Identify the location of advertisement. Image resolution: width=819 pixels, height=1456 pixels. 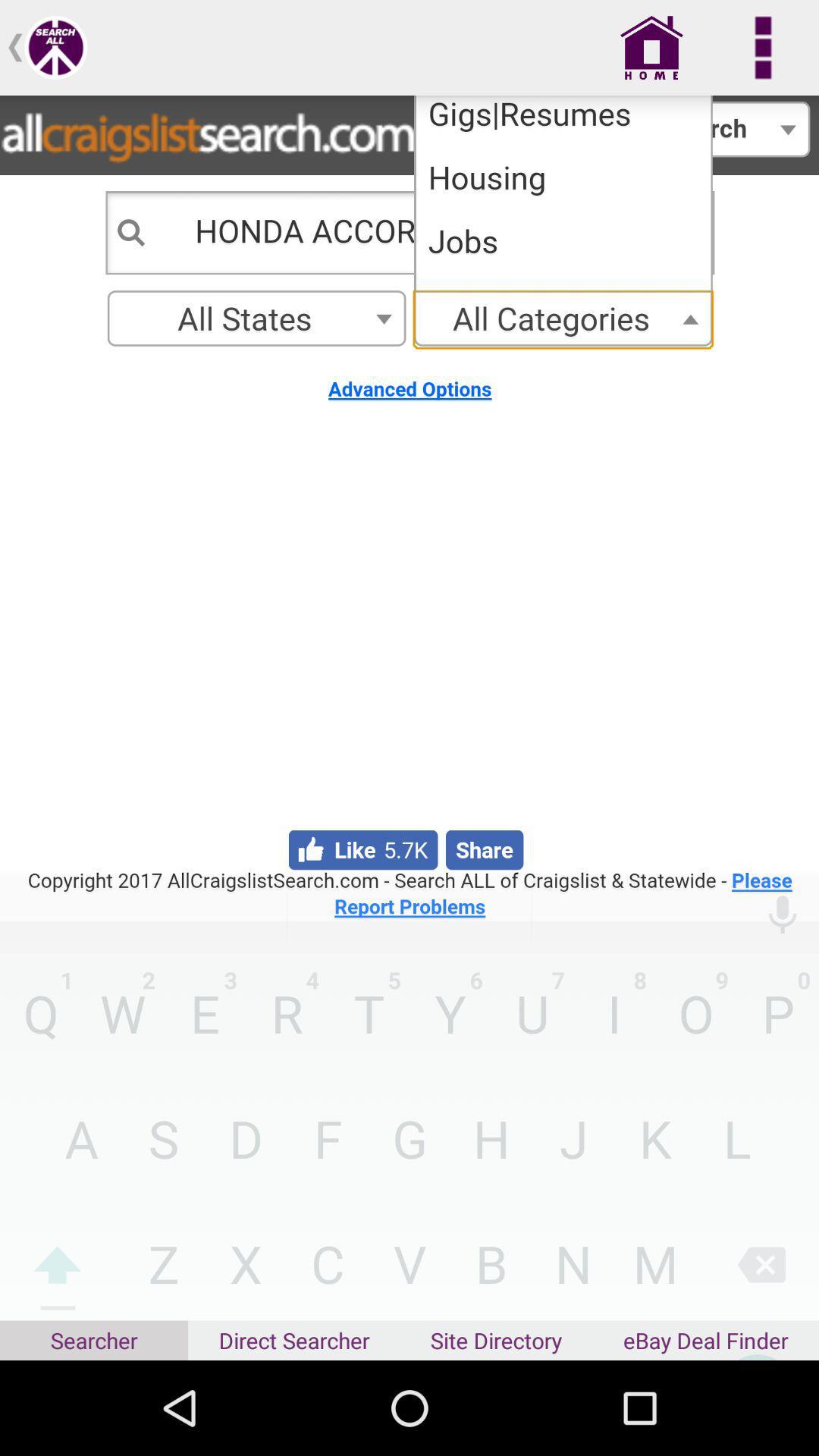
(409, 508).